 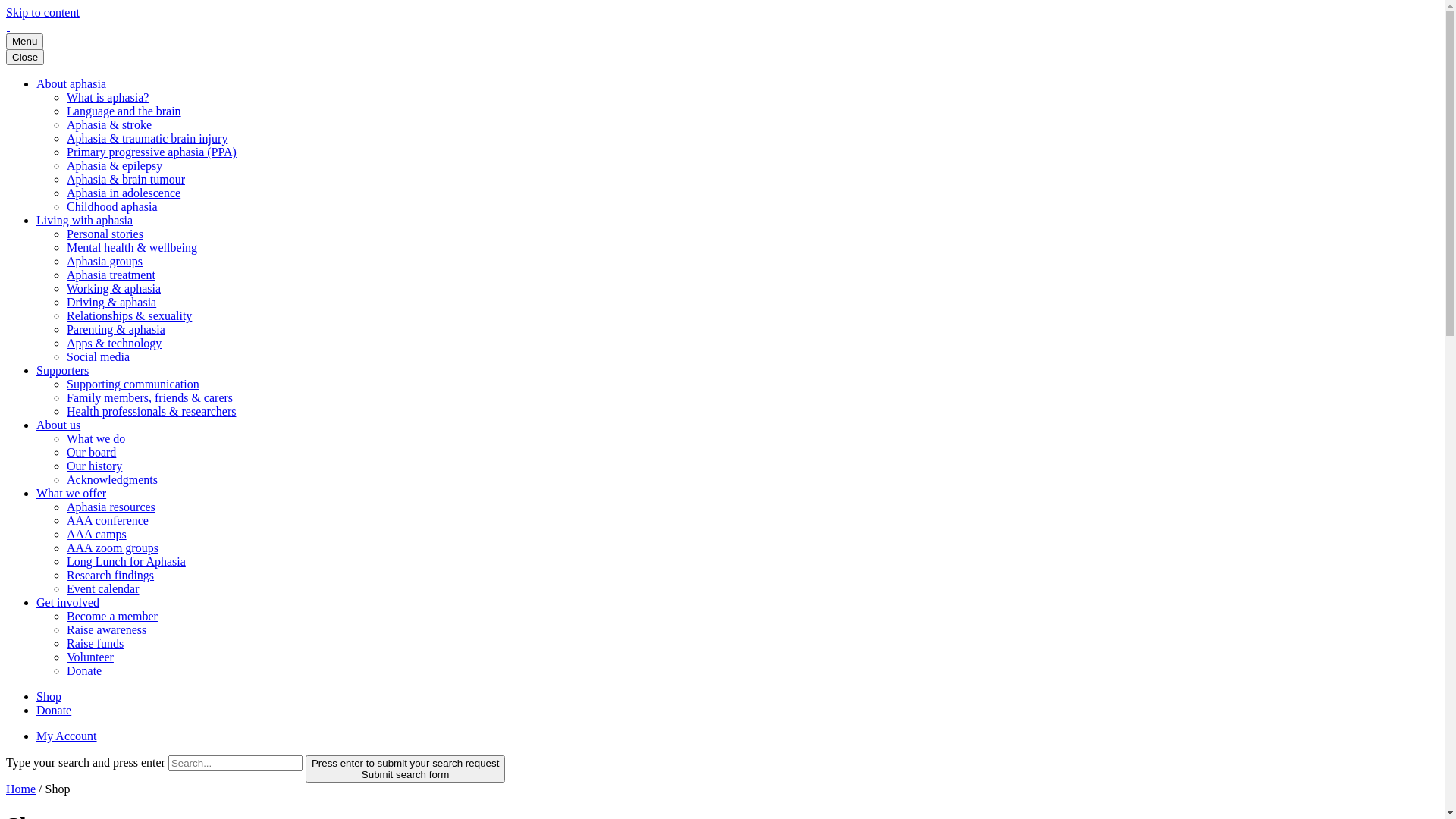 What do you see at coordinates (65, 328) in the screenshot?
I see `'Parenting & aphasia'` at bounding box center [65, 328].